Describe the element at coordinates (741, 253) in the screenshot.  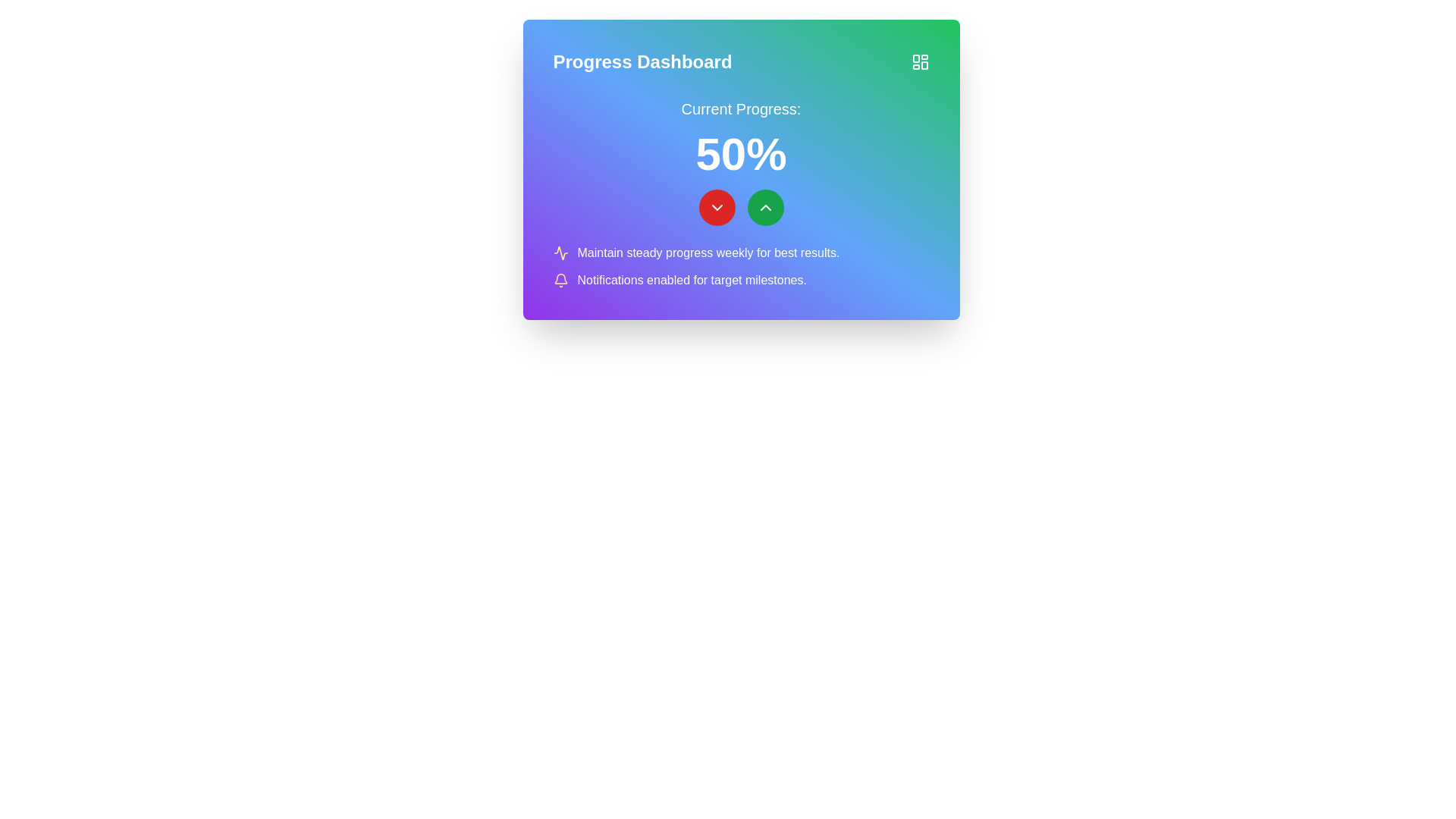
I see `the first text-icon pair under the 'Progress Dashboard' section that provides instructional or motivational information about steady progress` at that location.